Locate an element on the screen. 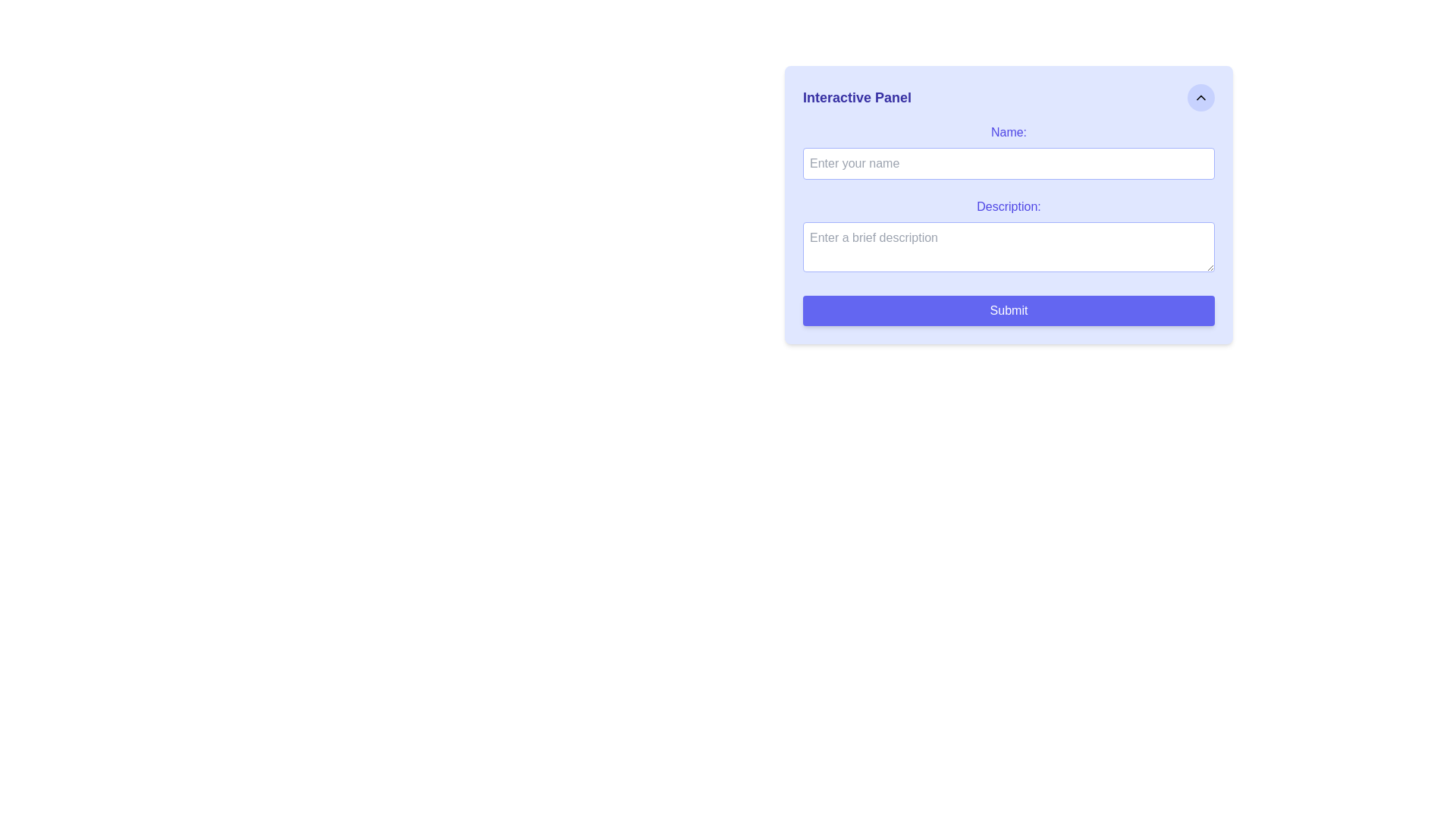  'Name:' label which is a bold text displayed in indigo color on a light blue background, positioned at the top of the form interface above the name input box is located at coordinates (1009, 131).